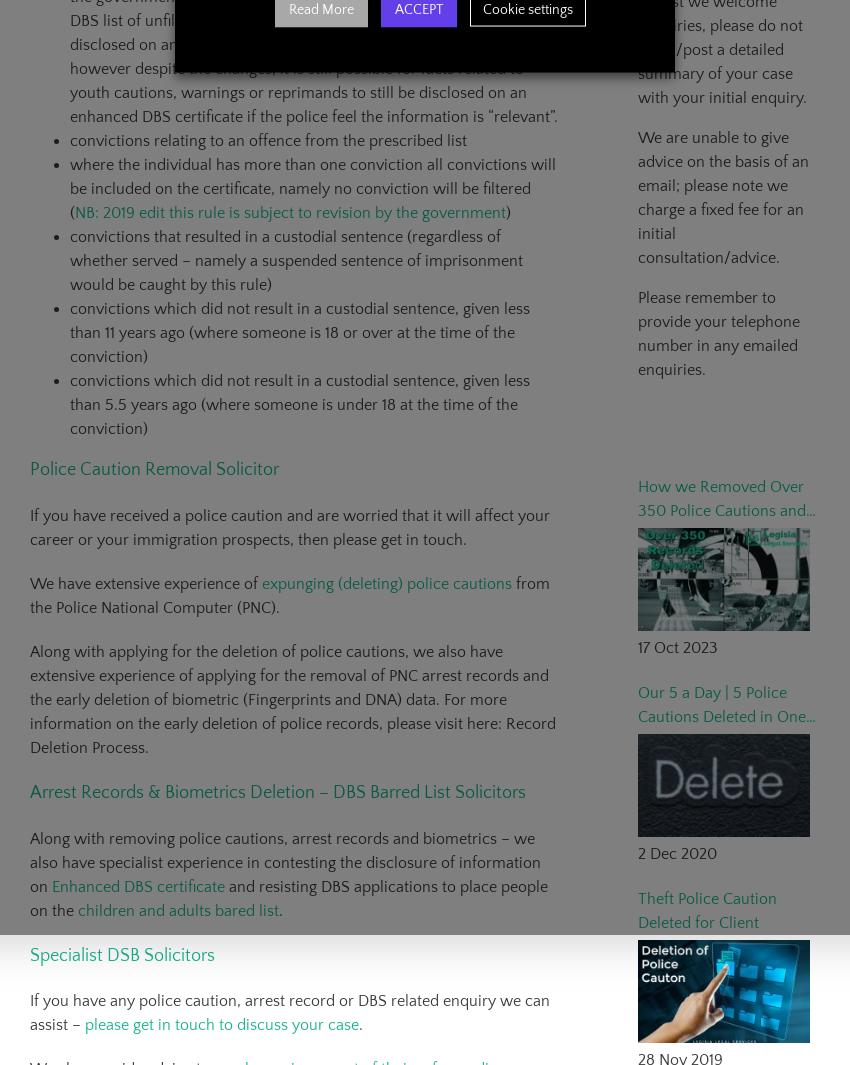 The width and height of the screenshot is (850, 1065). I want to click on 'from the Police National Computer (PNC).', so click(289, 595).